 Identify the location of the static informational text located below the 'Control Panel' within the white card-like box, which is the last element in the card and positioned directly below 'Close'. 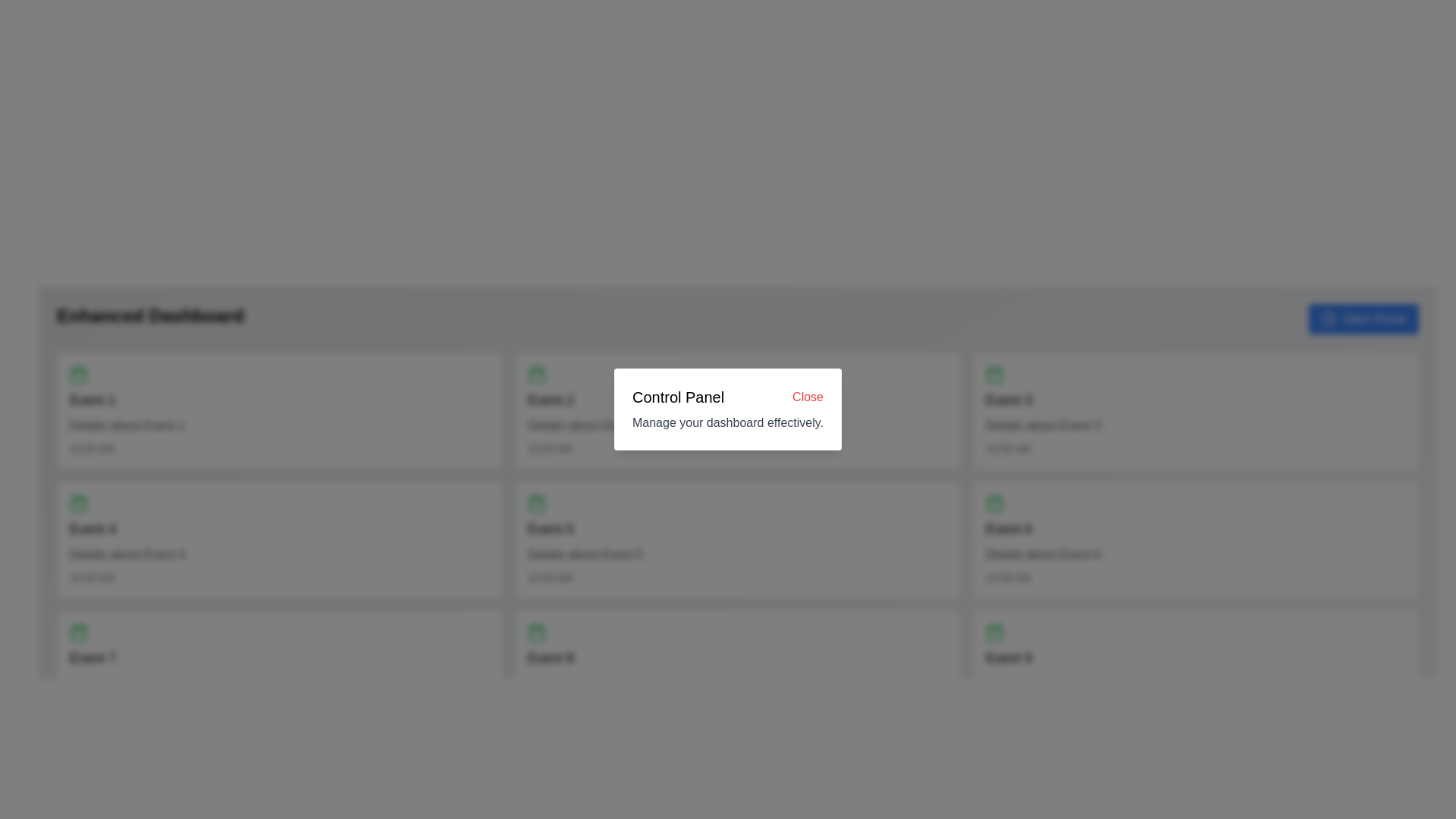
(728, 423).